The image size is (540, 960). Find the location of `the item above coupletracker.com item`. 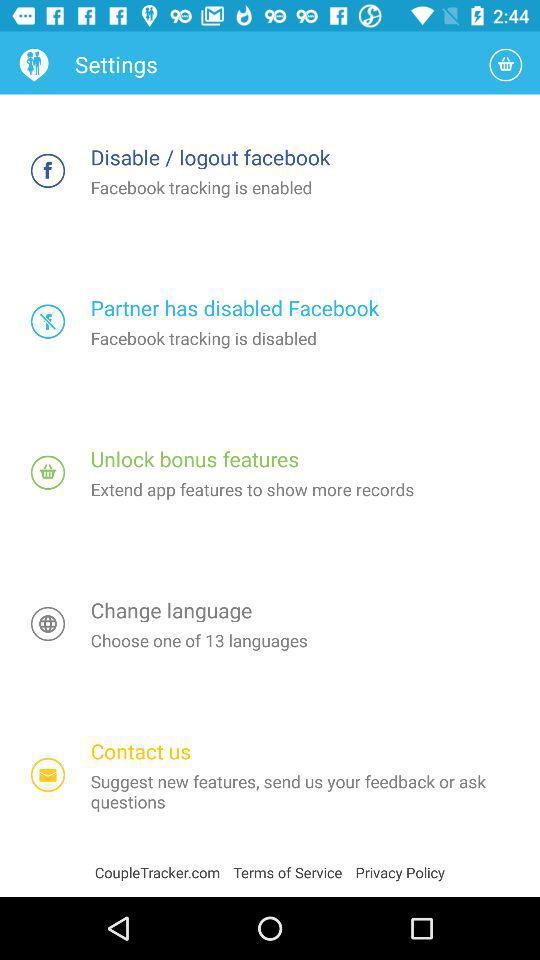

the item above coupletracker.com item is located at coordinates (48, 774).